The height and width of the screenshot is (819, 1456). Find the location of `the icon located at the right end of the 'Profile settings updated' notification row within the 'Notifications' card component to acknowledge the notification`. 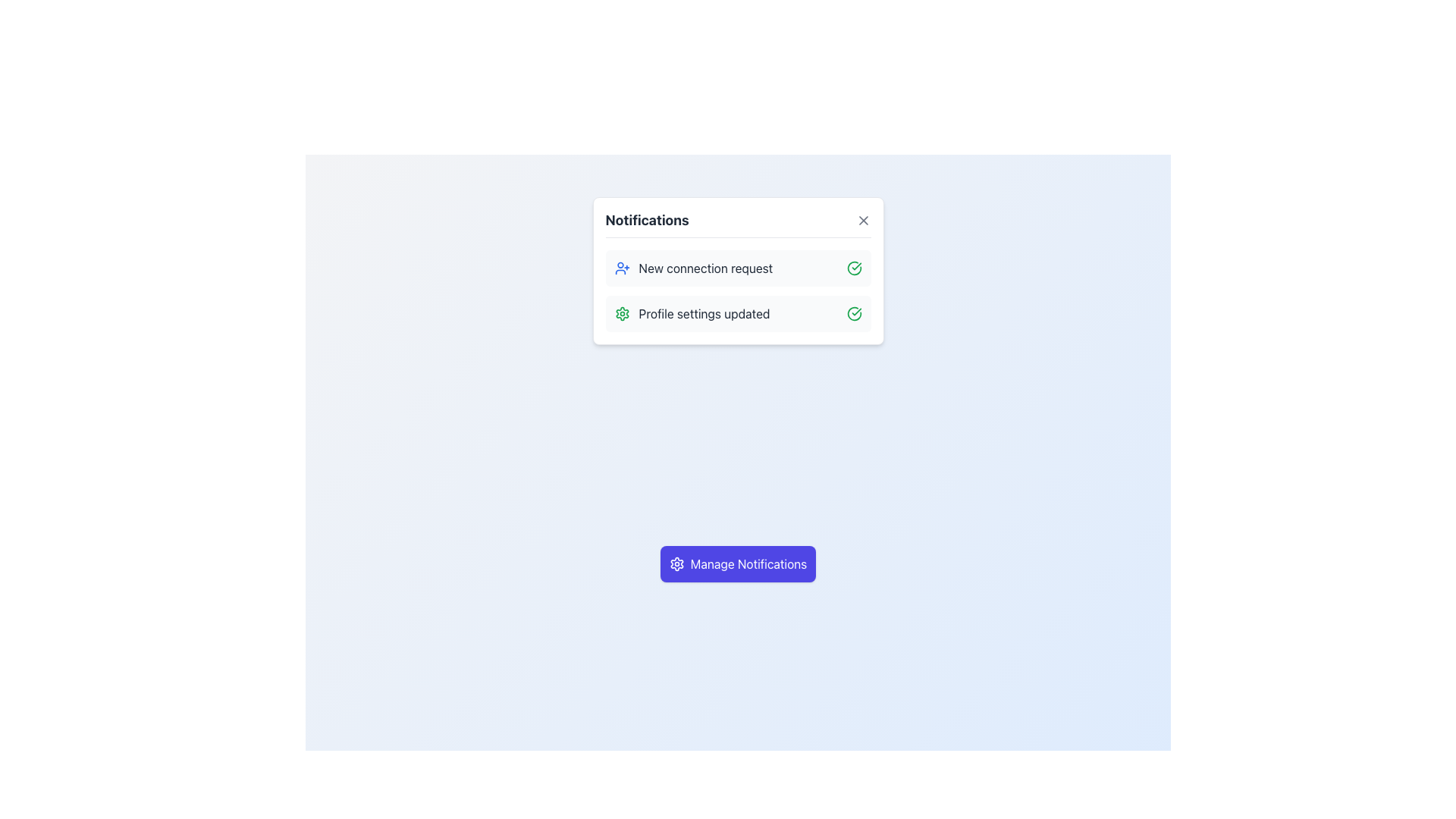

the icon located at the right end of the 'Profile settings updated' notification row within the 'Notifications' card component to acknowledge the notification is located at coordinates (854, 312).